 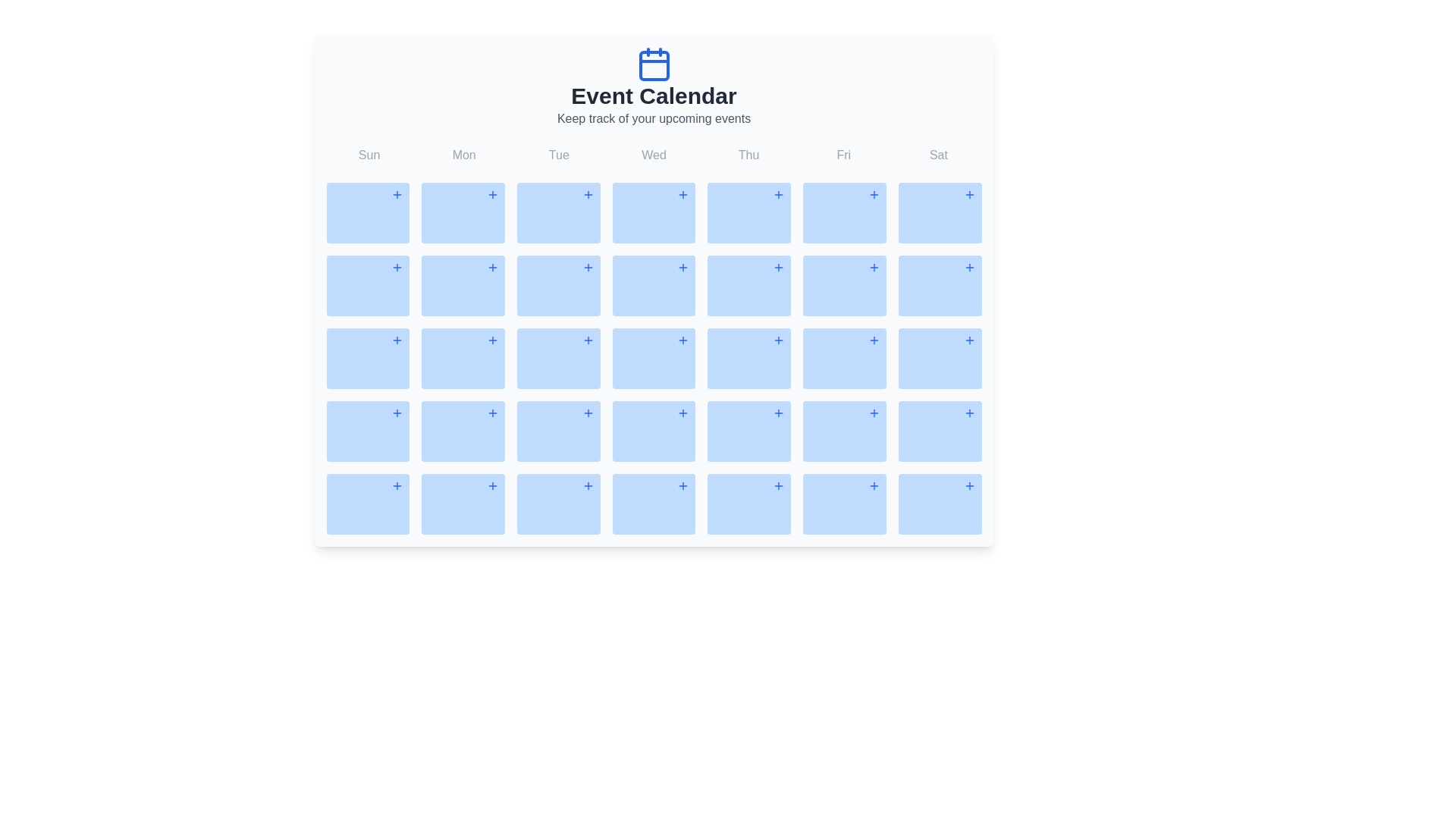 What do you see at coordinates (654, 431) in the screenshot?
I see `the grid tile located in the fifth row and fourth column, which has a light blue background and a small blue '+' button in the top-right corner` at bounding box center [654, 431].